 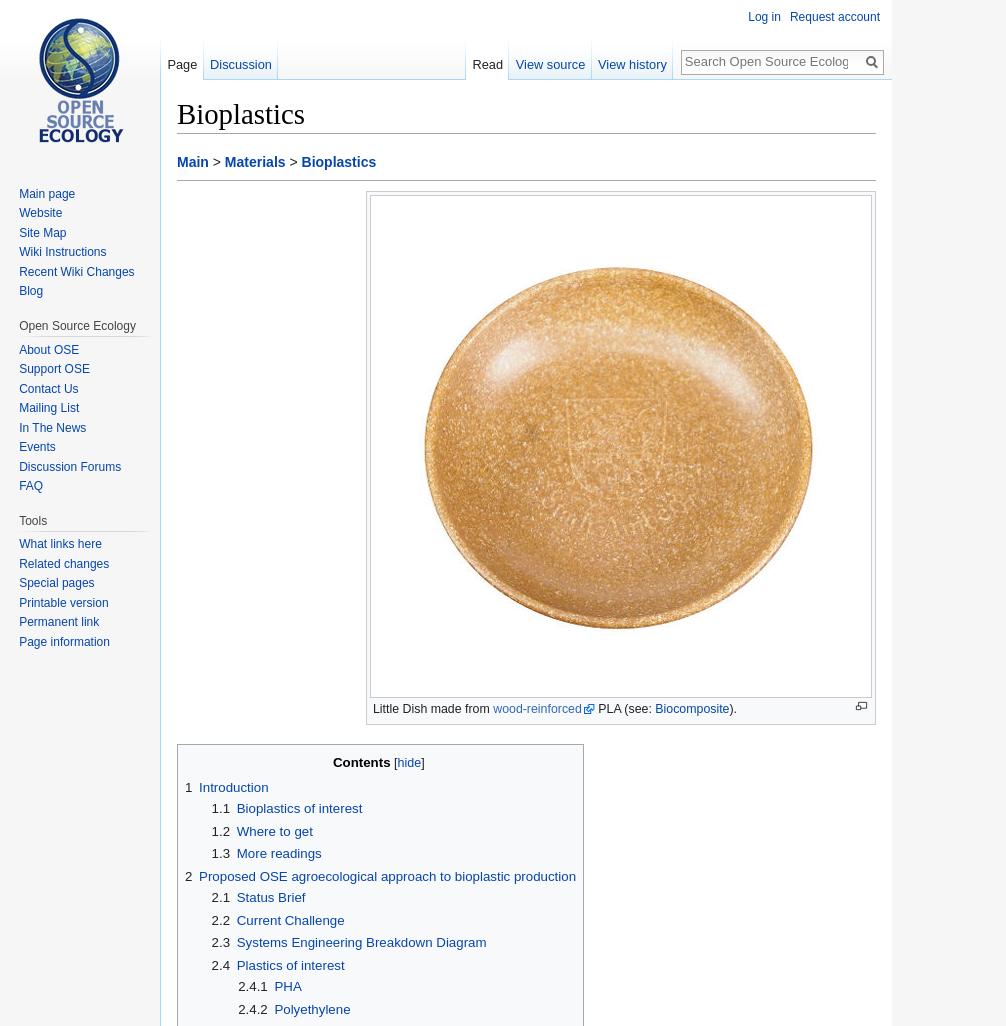 I want to click on ').', so click(x=732, y=707).